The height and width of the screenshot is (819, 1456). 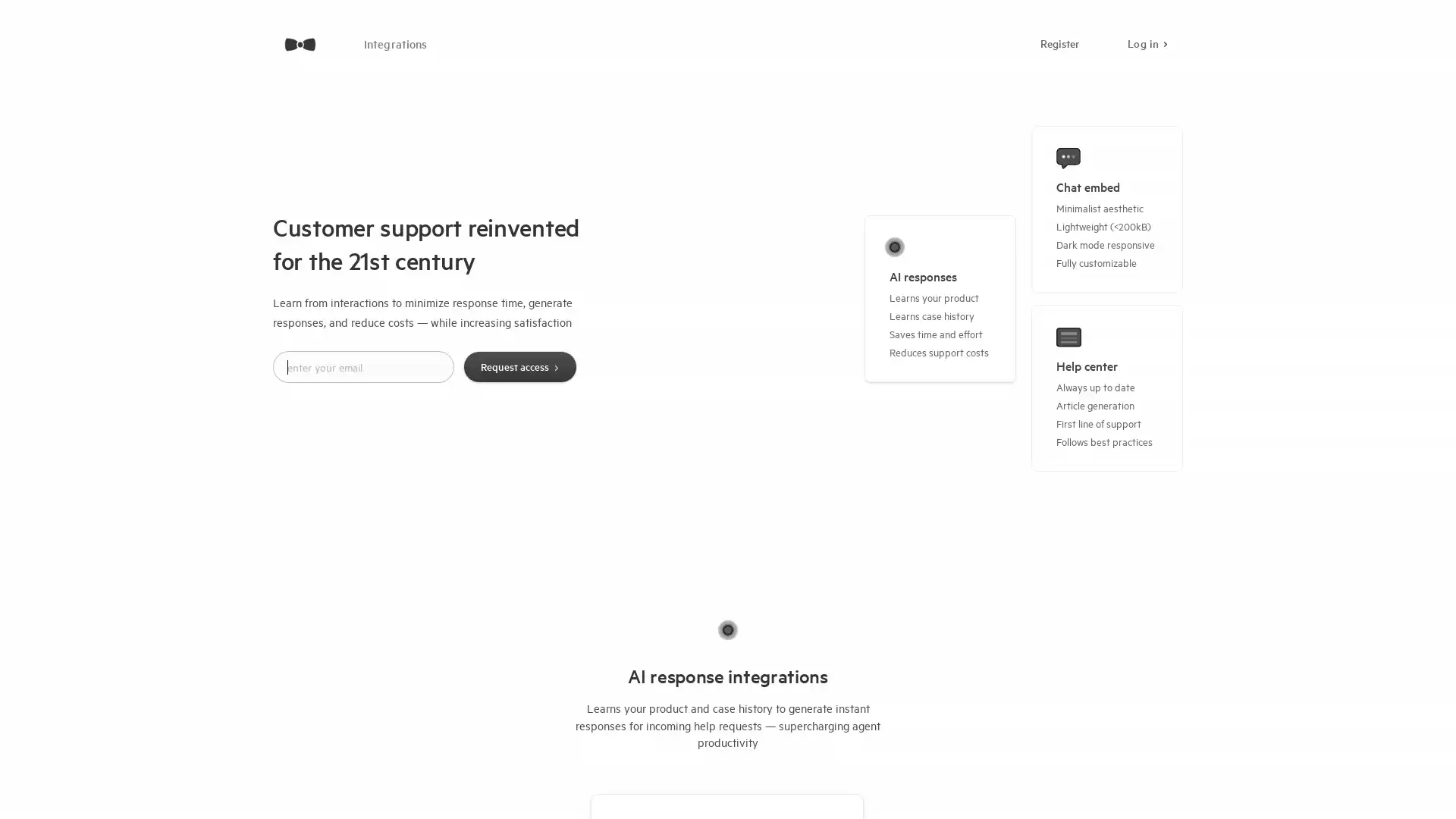 I want to click on Request access, so click(x=519, y=366).